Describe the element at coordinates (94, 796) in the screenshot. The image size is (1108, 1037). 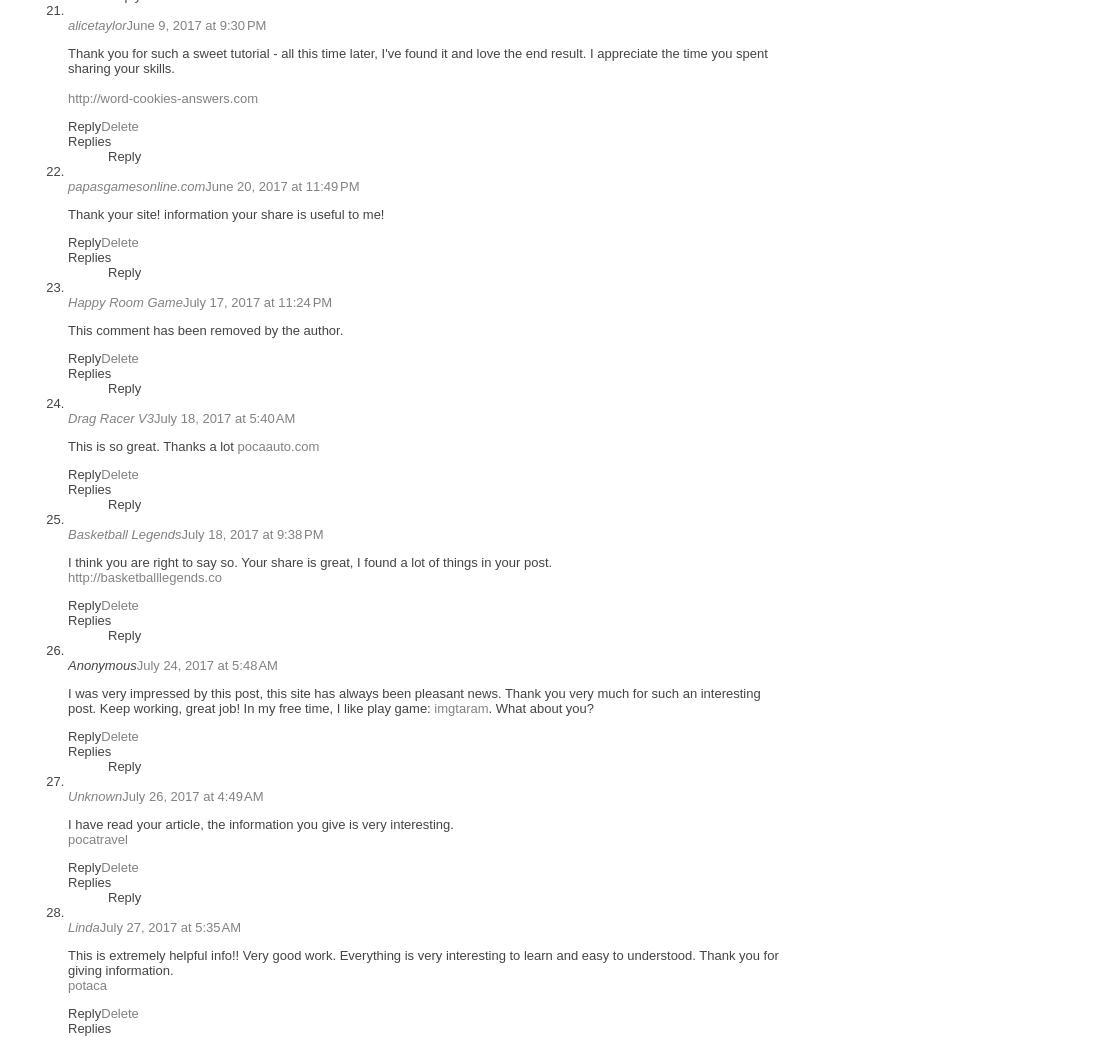
I see `'Unknown'` at that location.